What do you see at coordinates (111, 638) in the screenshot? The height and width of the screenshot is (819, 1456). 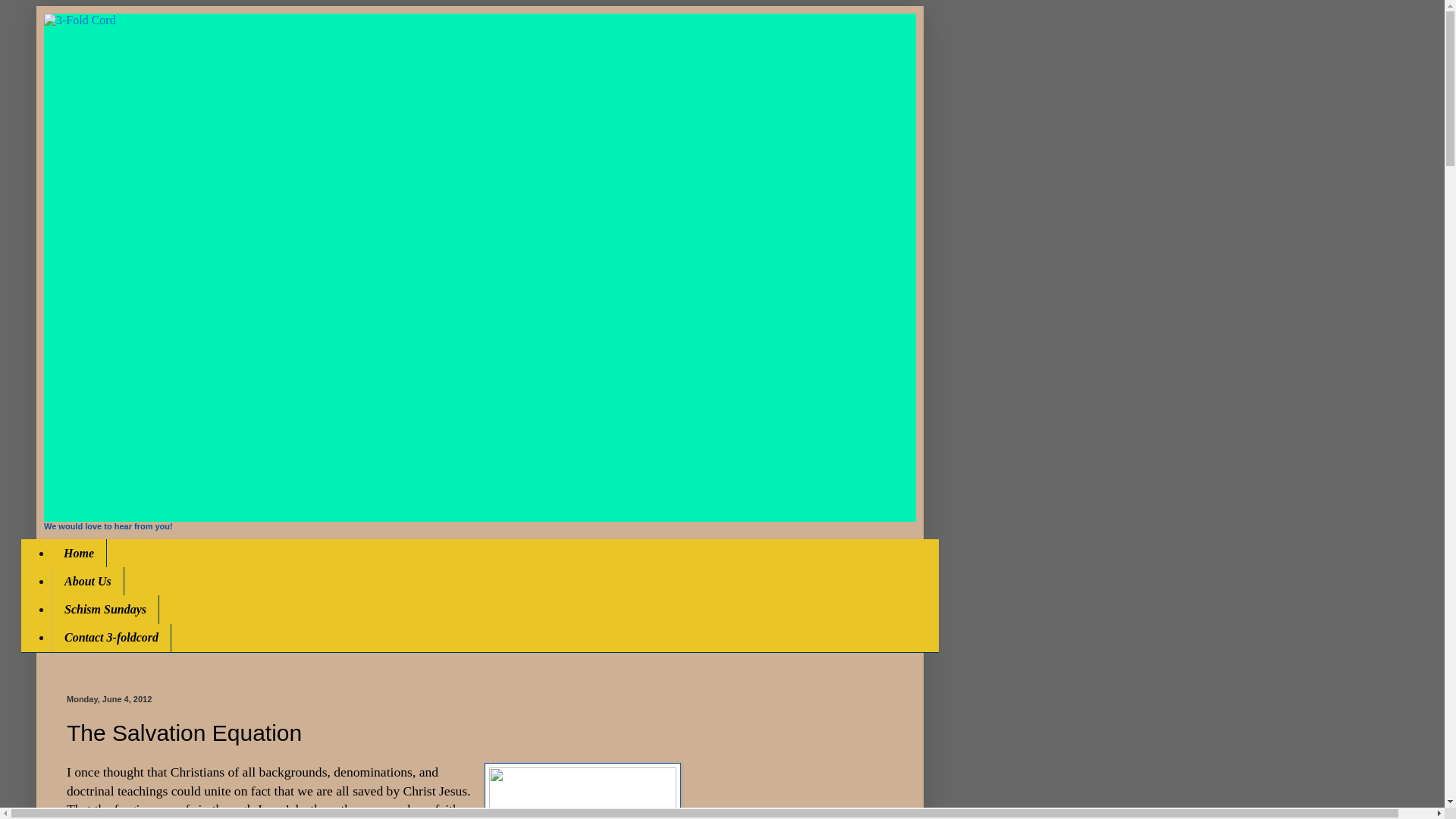 I see `'Contact 3-foldcord'` at bounding box center [111, 638].